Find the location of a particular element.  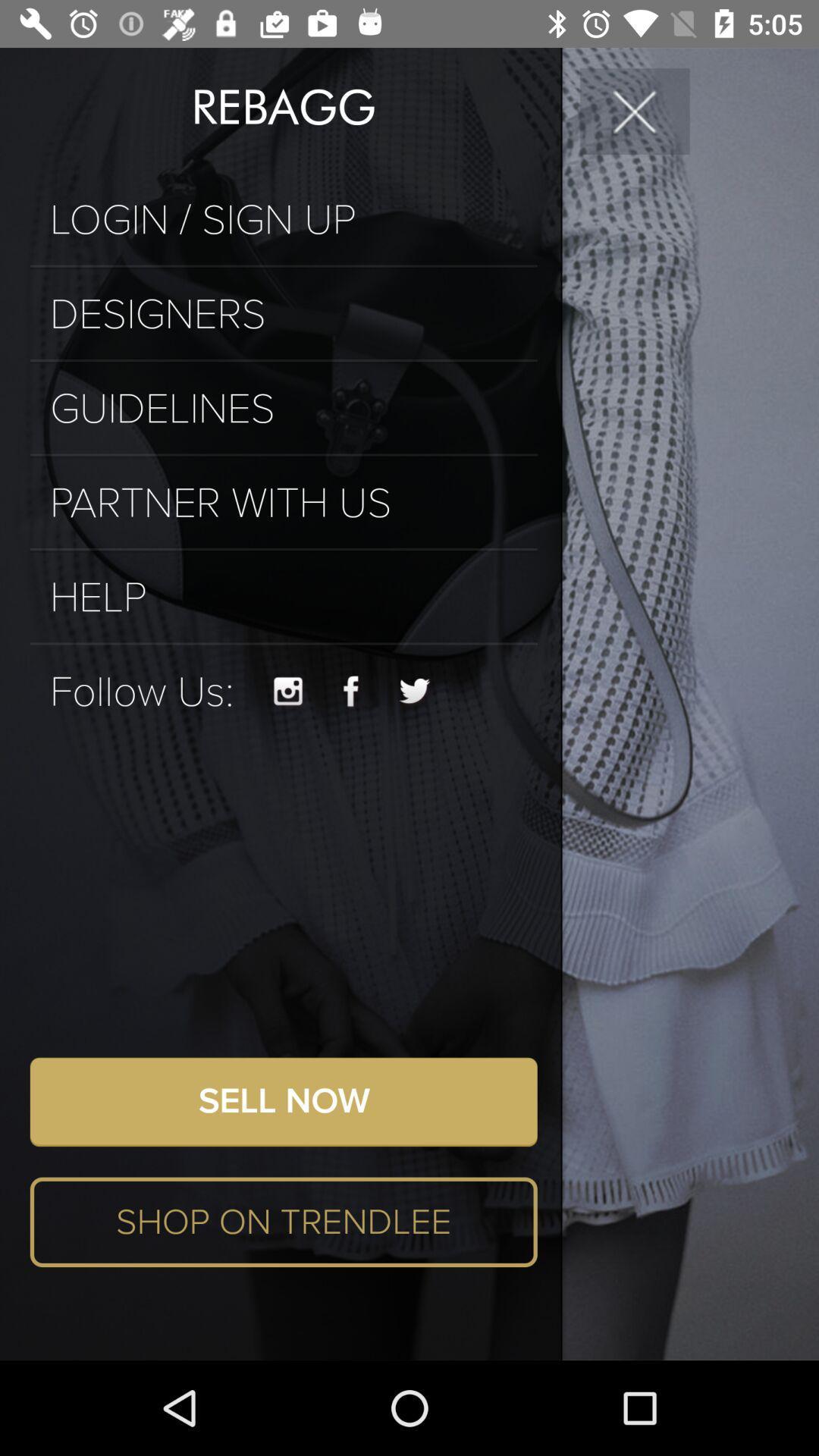

button is located at coordinates (635, 110).